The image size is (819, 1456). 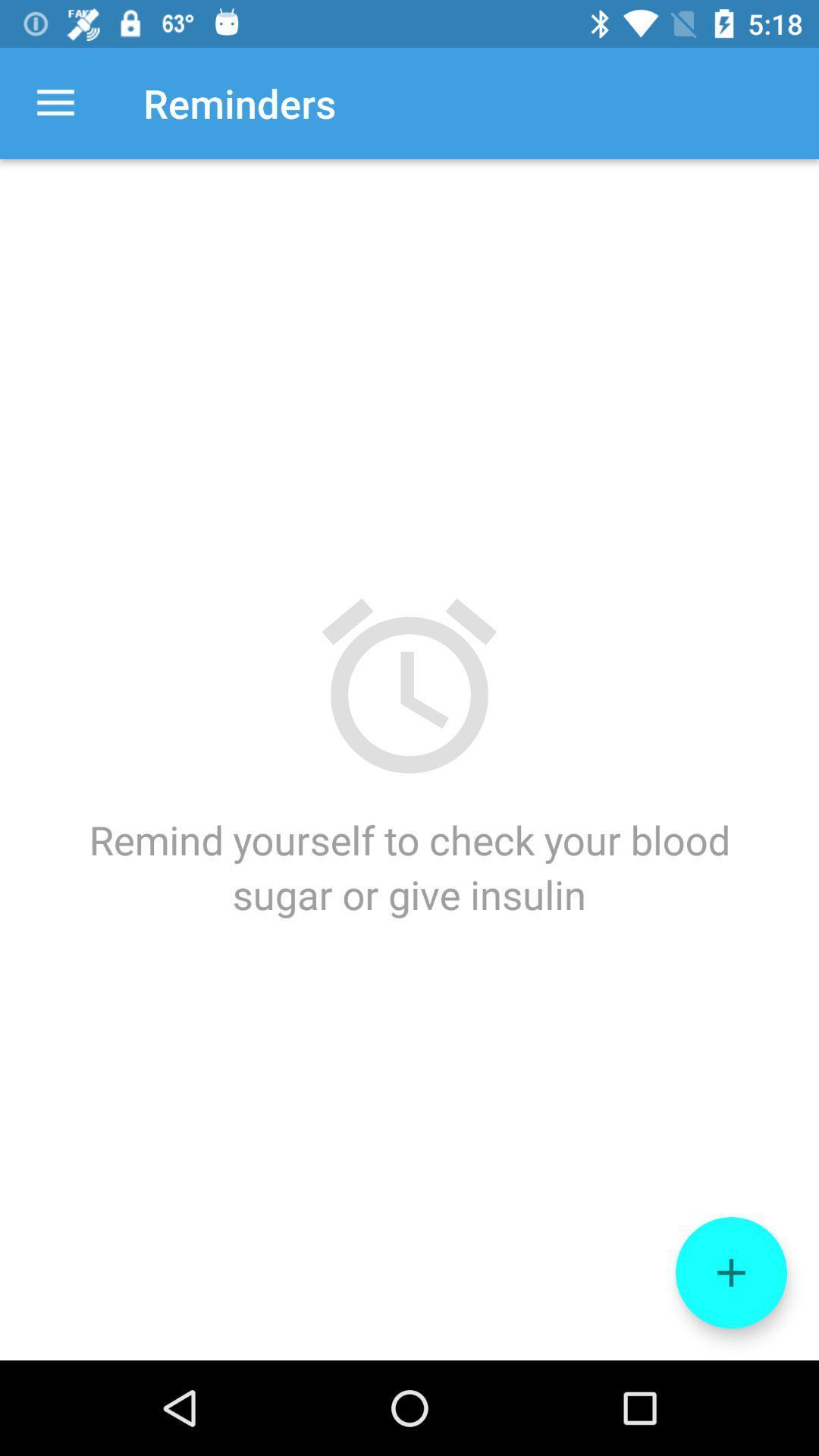 I want to click on the item at the bottom right corner, so click(x=730, y=1272).